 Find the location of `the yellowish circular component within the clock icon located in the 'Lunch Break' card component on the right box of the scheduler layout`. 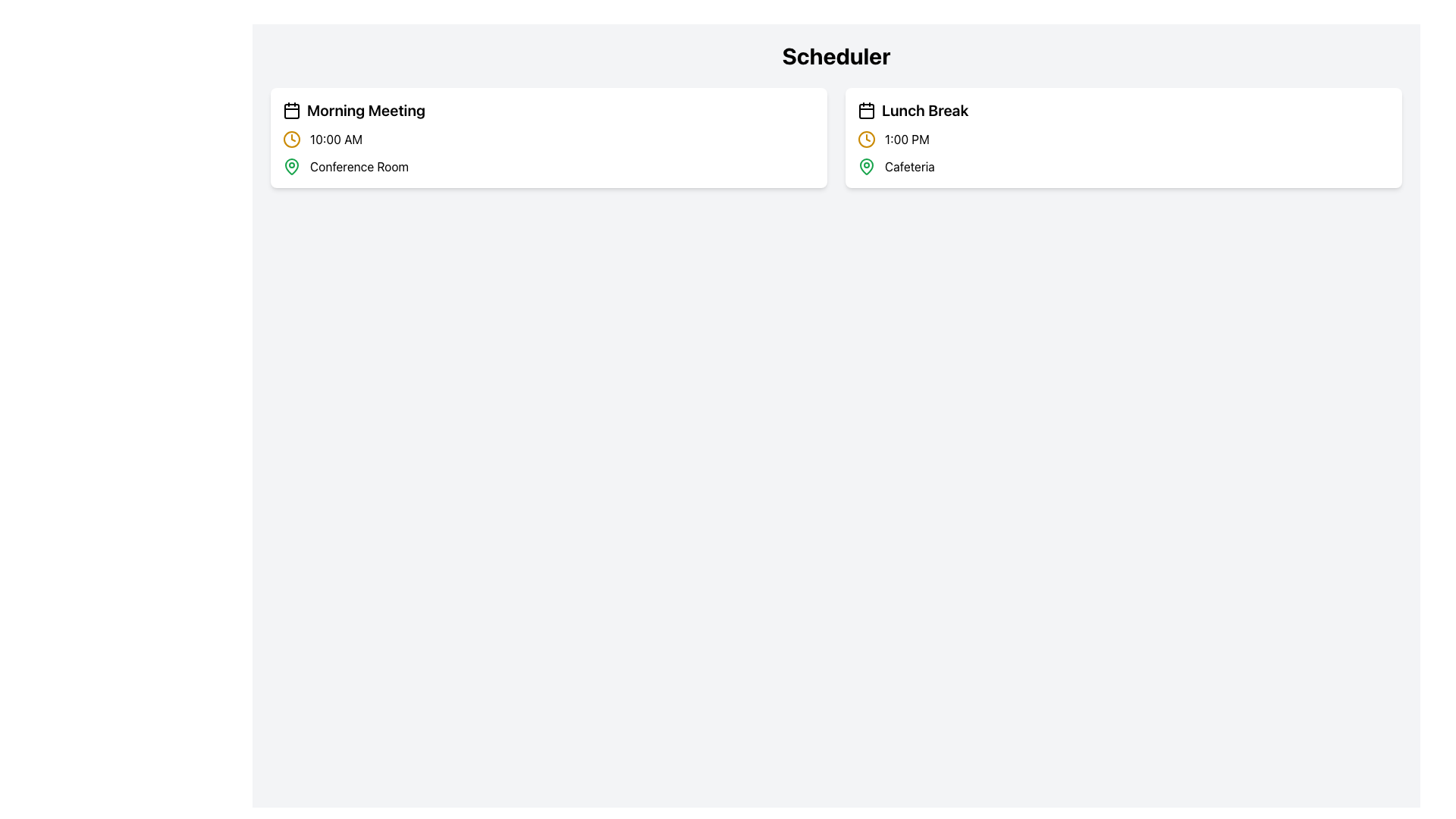

the yellowish circular component within the clock icon located in the 'Lunch Break' card component on the right box of the scheduler layout is located at coordinates (866, 140).